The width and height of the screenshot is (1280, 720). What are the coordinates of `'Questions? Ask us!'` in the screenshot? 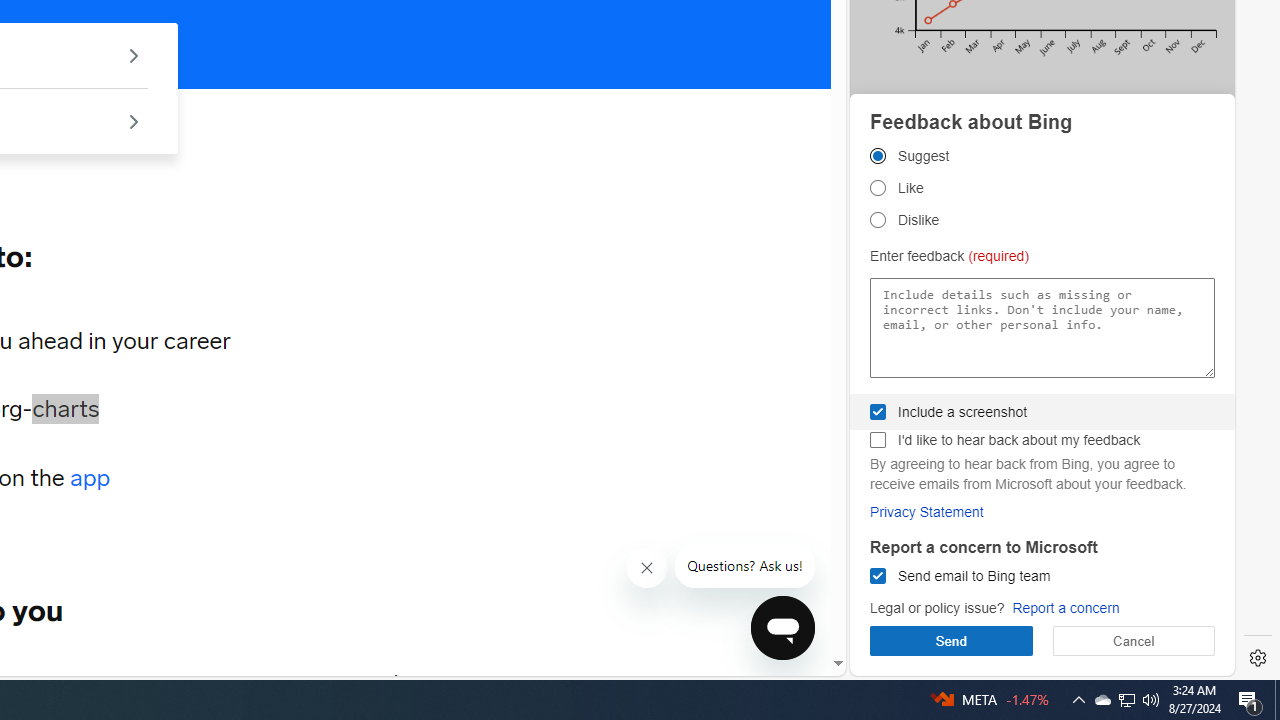 It's located at (744, 566).